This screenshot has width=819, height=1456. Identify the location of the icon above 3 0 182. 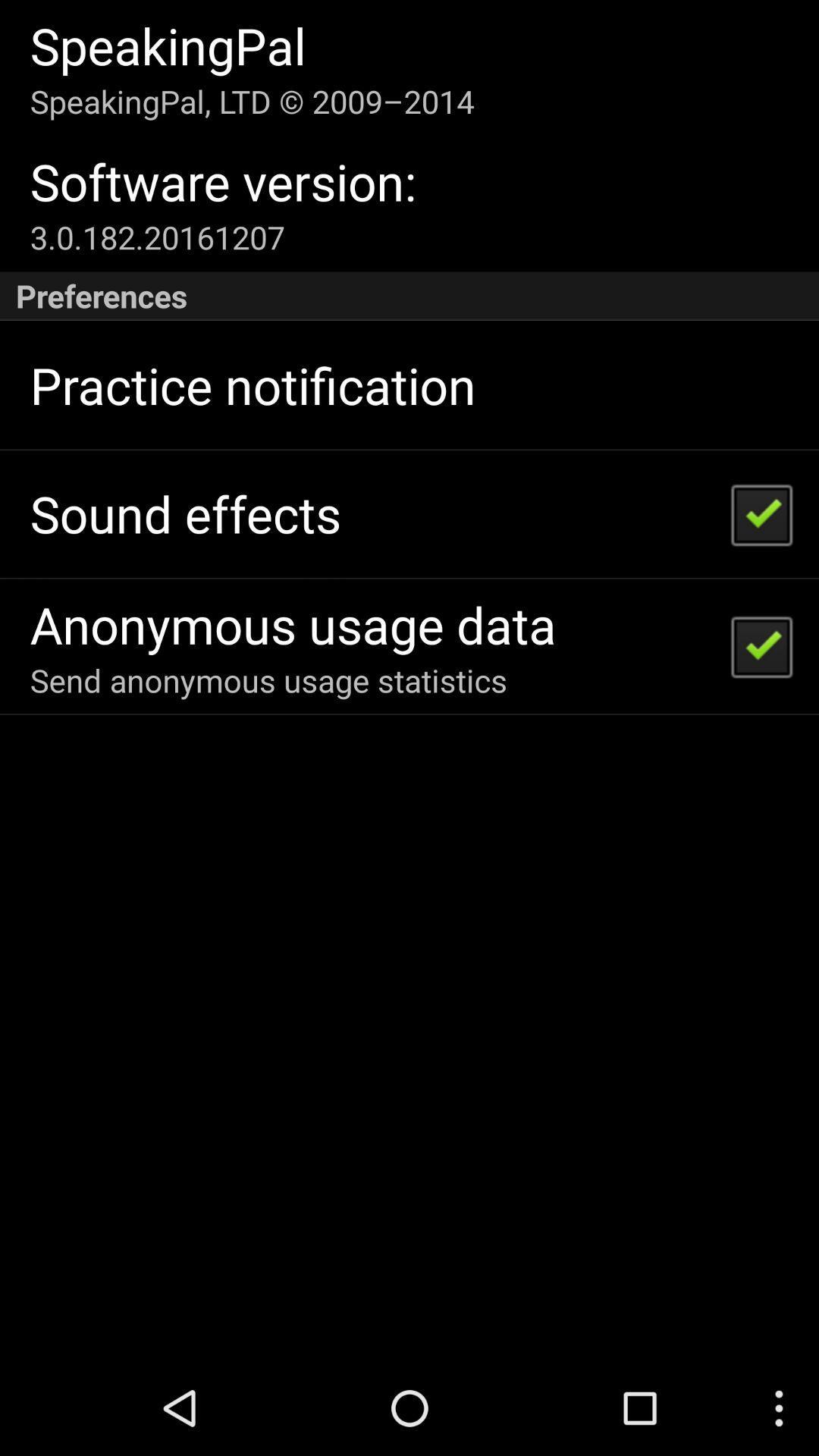
(223, 181).